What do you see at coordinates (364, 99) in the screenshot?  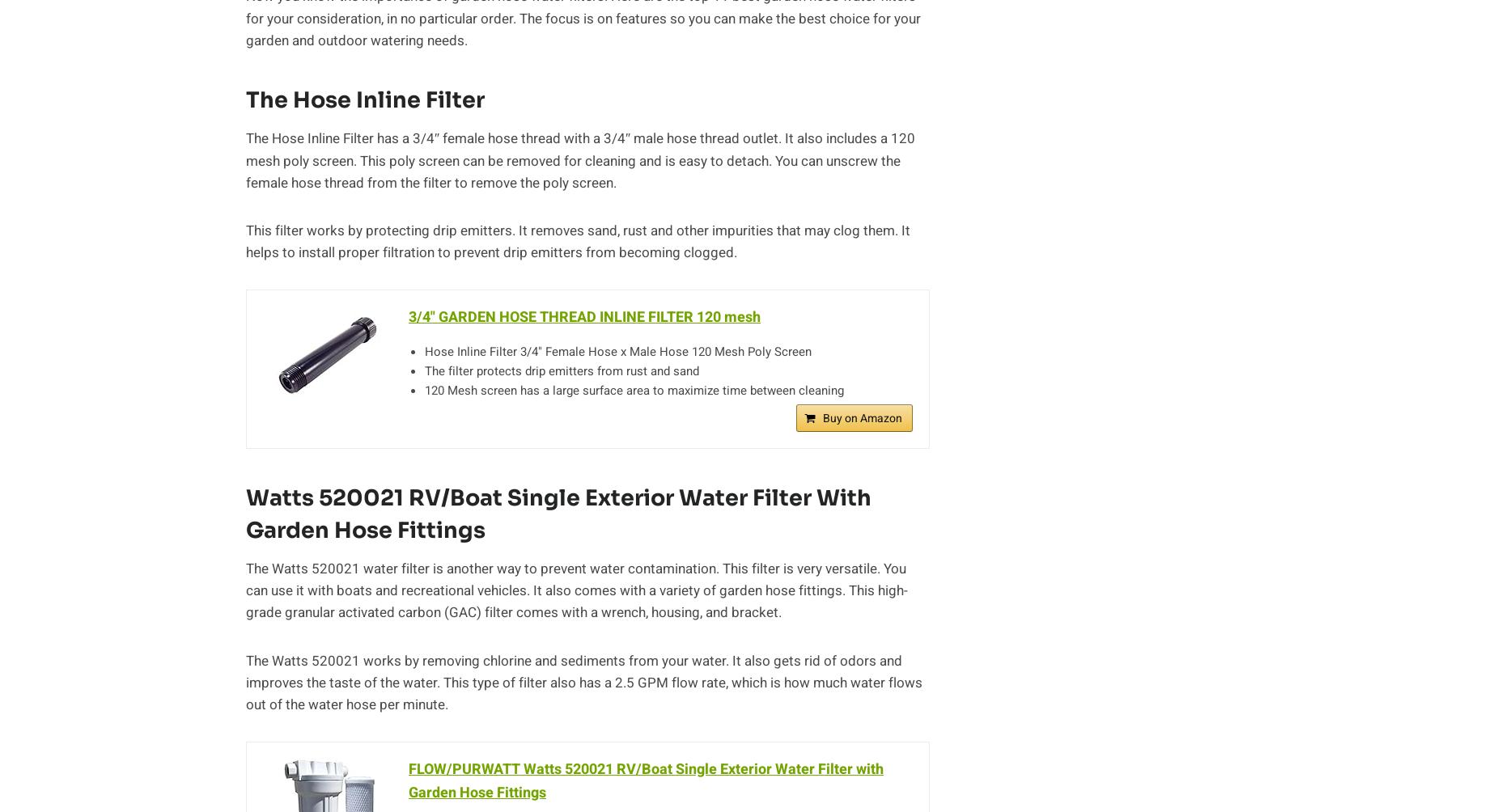 I see `'The Hose Inline Filter'` at bounding box center [364, 99].